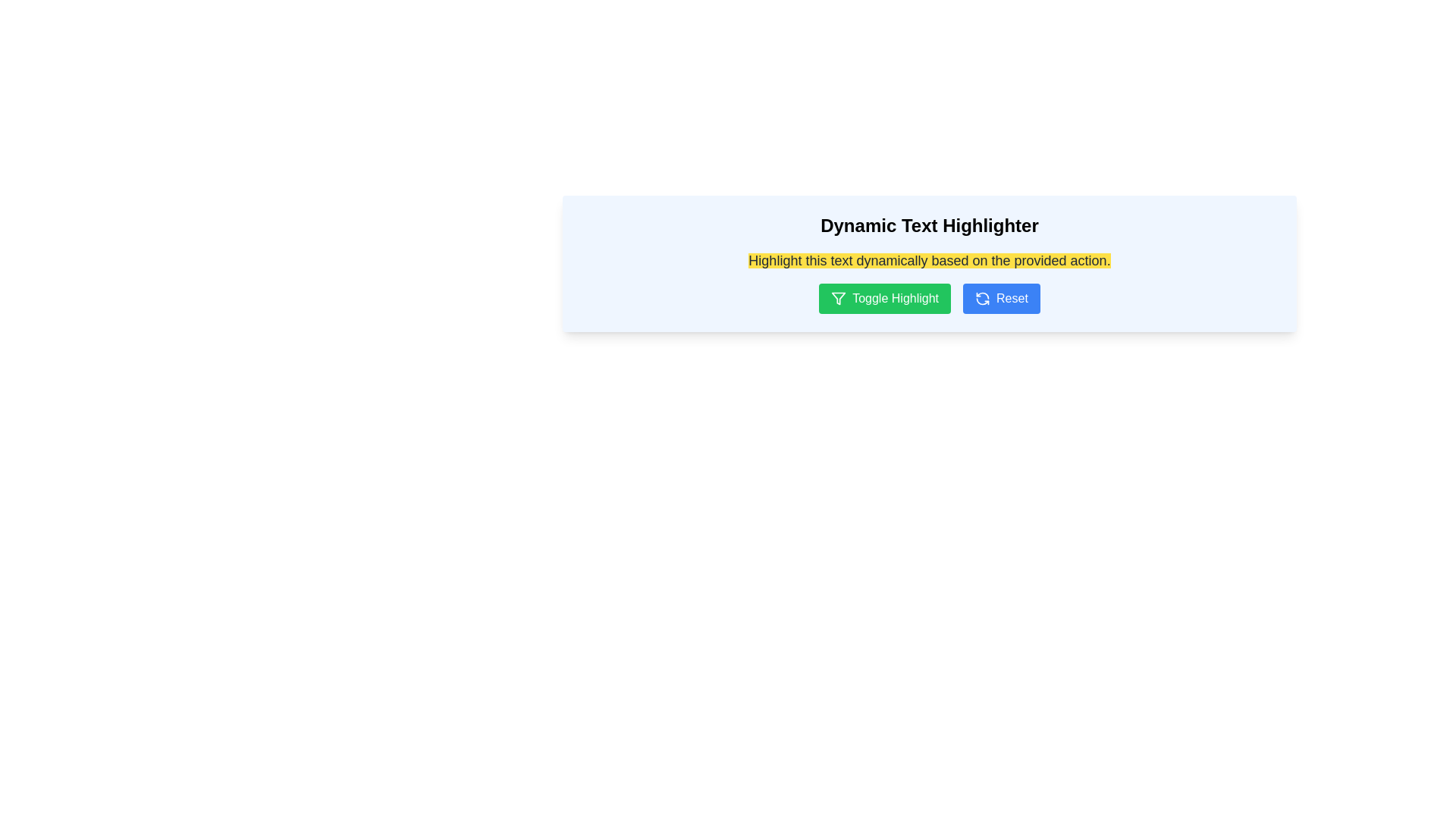  I want to click on the 'Toggle Highlight' button which contains the Icon (SVG) on its left side, located below the instruction text 'Highlight this text dynamically based on the provided action.', so click(838, 298).